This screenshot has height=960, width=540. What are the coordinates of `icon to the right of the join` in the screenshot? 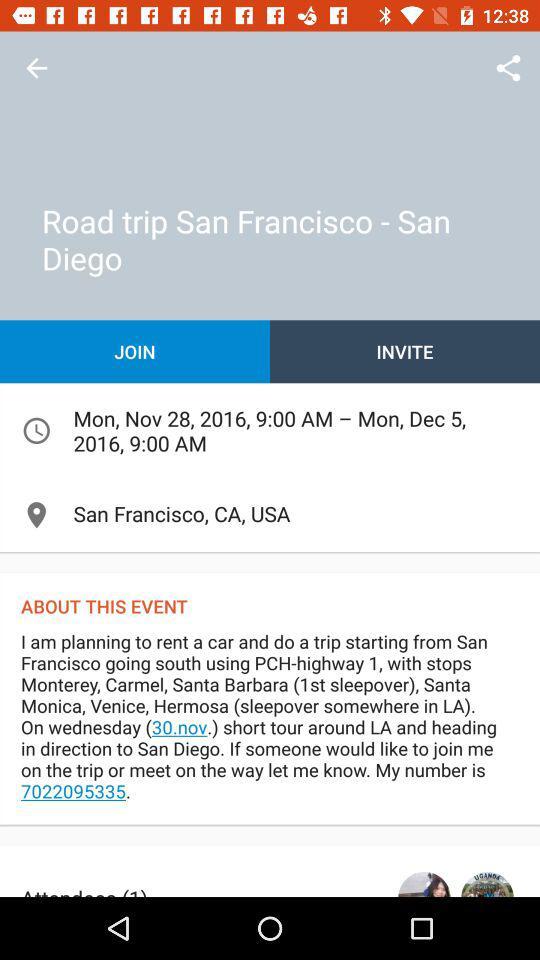 It's located at (405, 351).